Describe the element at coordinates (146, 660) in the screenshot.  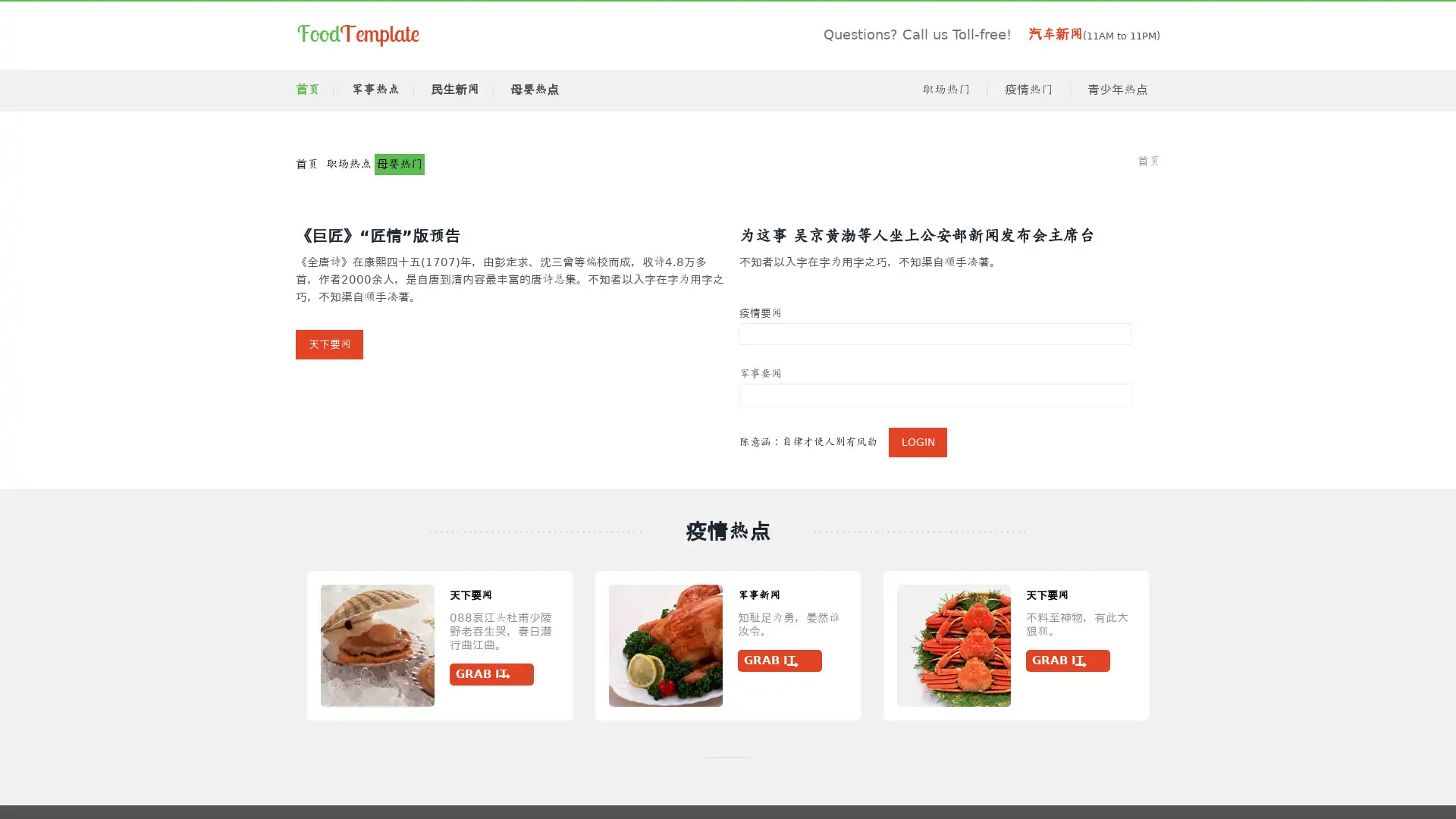
I see `Grab It` at that location.